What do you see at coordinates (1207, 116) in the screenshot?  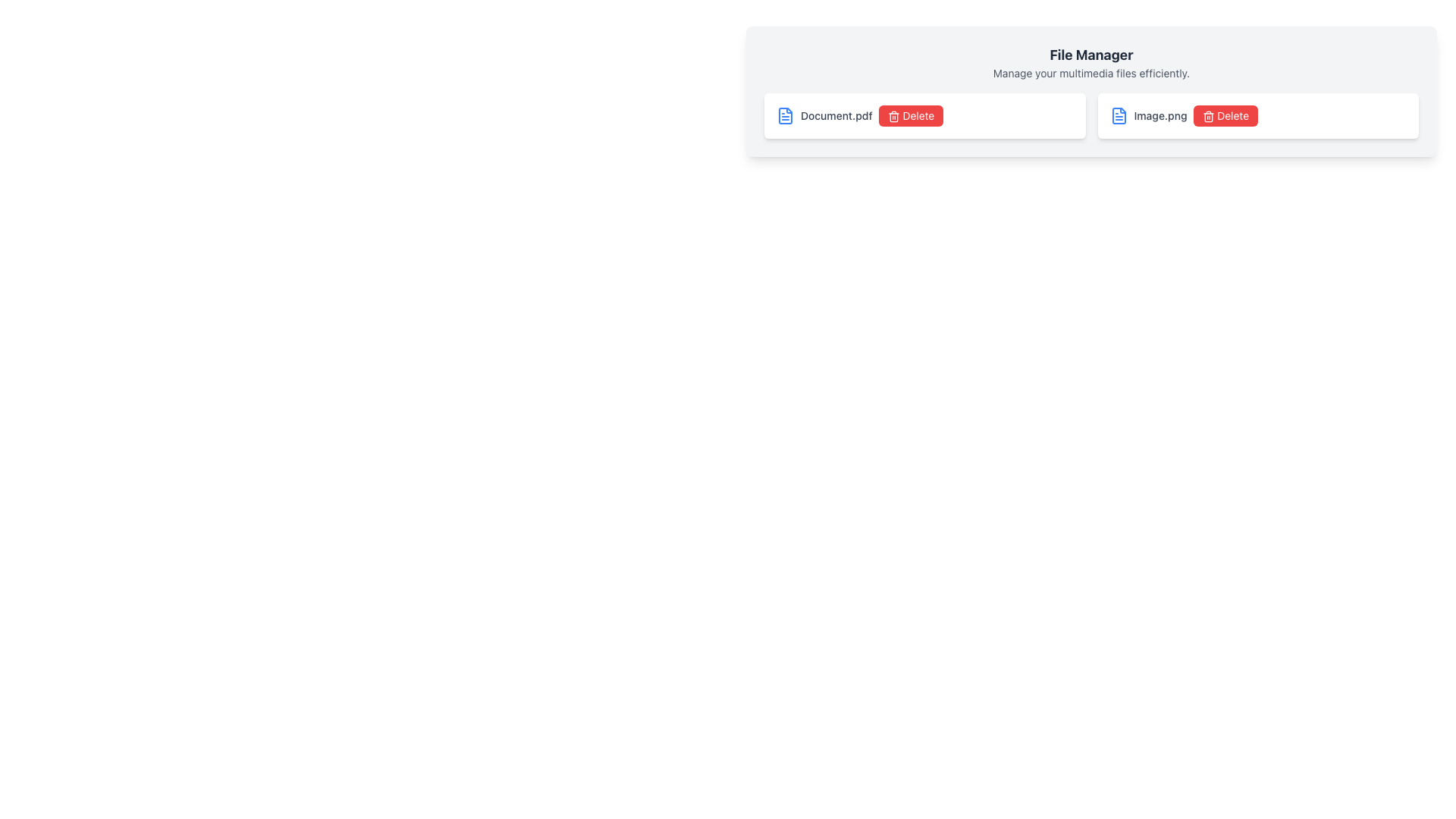 I see `the 'Delete' icon located slightly to the left within the red 'Delete' button` at bounding box center [1207, 116].